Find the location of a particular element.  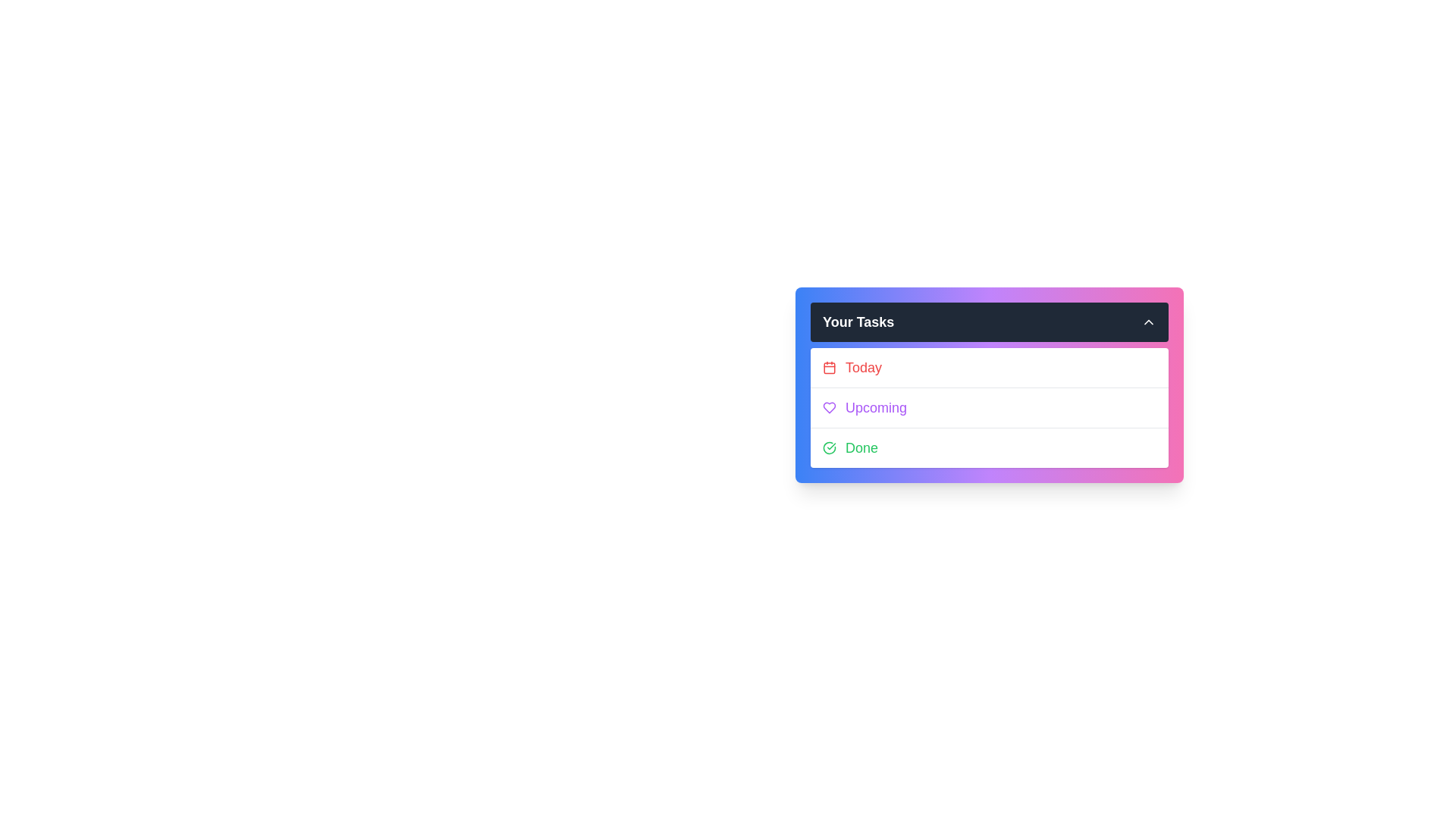

the menu item labeled Upcoming to observe the color change is located at coordinates (990, 406).